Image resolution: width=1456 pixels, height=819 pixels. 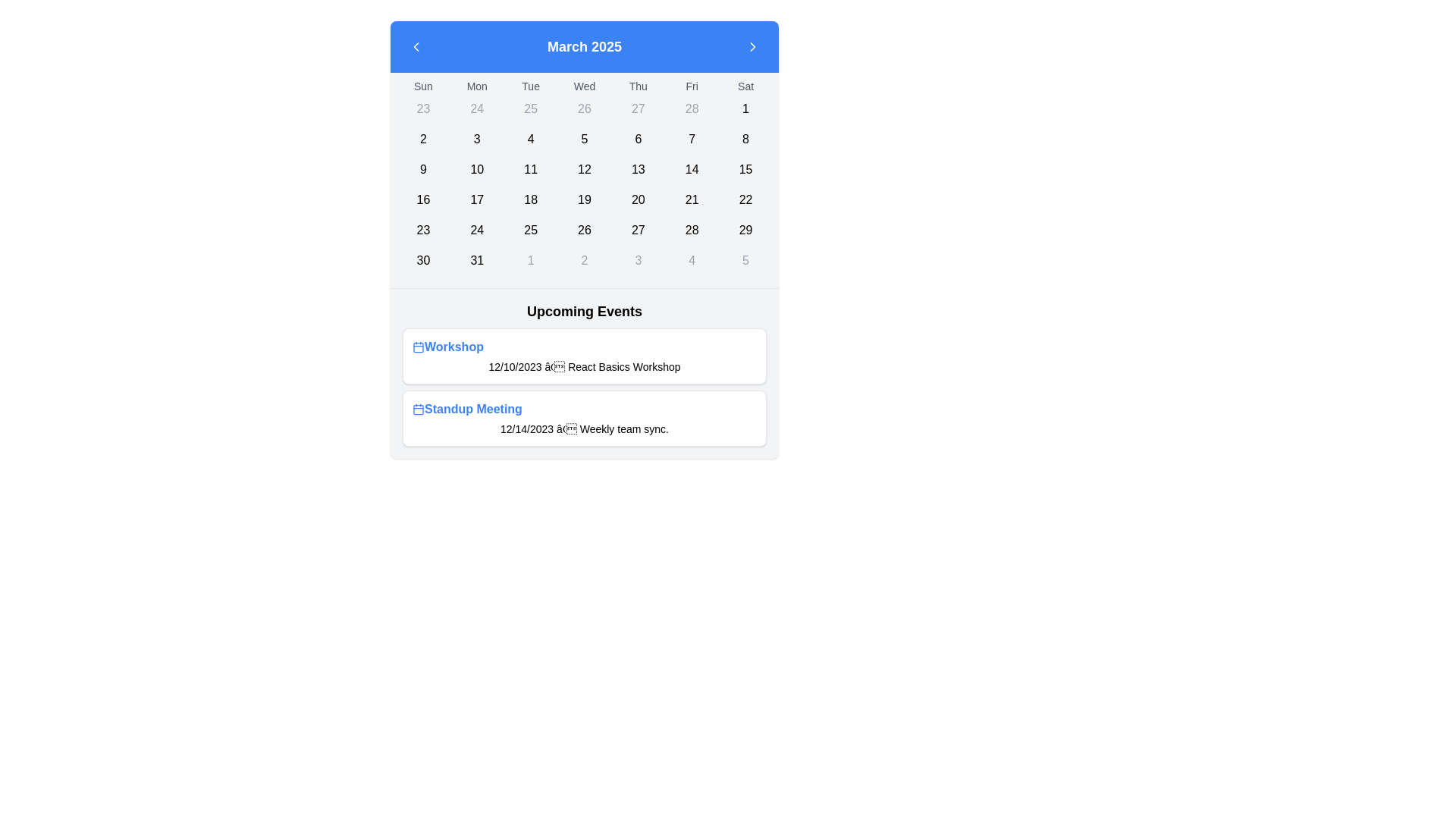 What do you see at coordinates (691, 259) in the screenshot?
I see `the Calendar Day Cell containing the number '4'` at bounding box center [691, 259].